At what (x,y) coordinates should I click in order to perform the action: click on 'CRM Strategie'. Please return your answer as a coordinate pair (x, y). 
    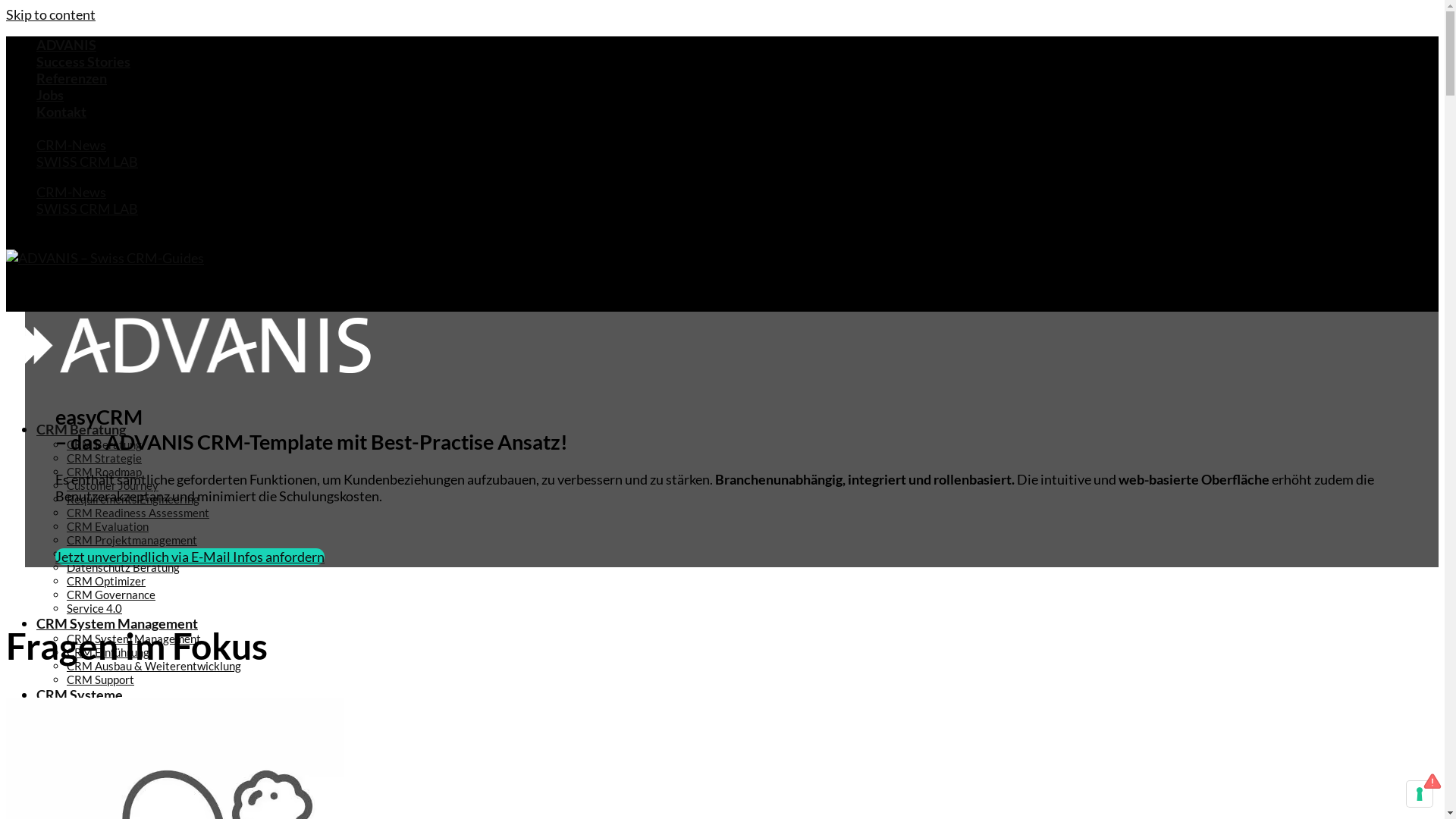
    Looking at the image, I should click on (65, 457).